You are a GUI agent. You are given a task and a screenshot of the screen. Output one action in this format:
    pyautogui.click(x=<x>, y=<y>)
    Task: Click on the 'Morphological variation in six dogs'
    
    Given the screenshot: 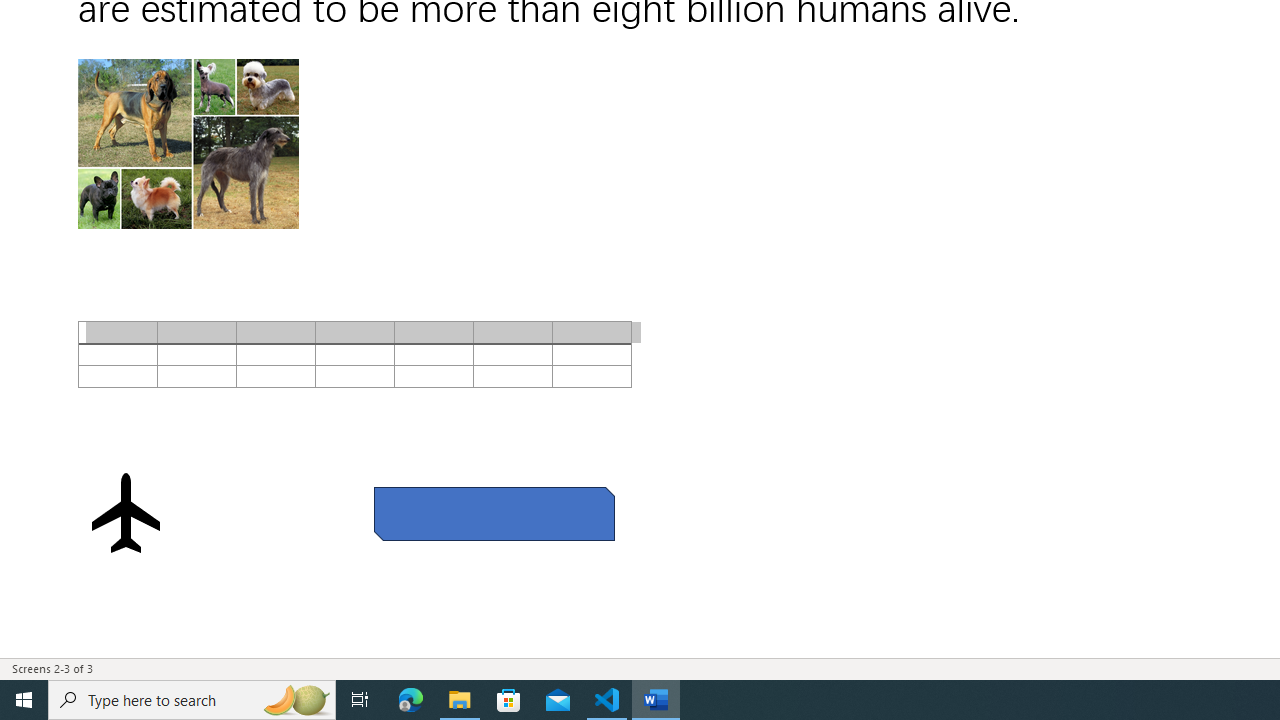 What is the action you would take?
    pyautogui.click(x=188, y=143)
    